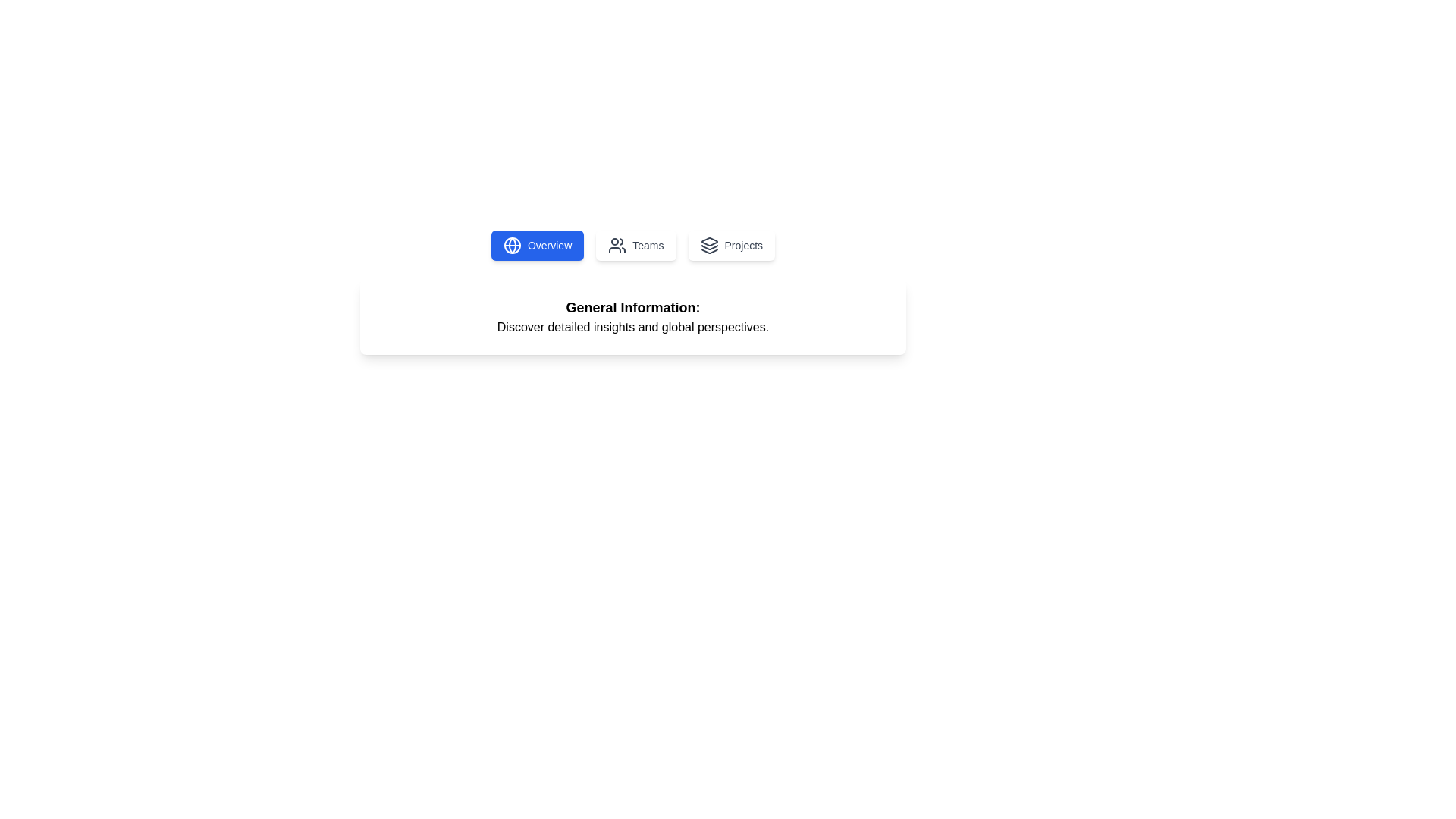 This screenshot has height=819, width=1456. I want to click on label of the Text Label indicating 'Overview' which is part of the first button-like structure on the left, next to a globe icon, so click(549, 245).